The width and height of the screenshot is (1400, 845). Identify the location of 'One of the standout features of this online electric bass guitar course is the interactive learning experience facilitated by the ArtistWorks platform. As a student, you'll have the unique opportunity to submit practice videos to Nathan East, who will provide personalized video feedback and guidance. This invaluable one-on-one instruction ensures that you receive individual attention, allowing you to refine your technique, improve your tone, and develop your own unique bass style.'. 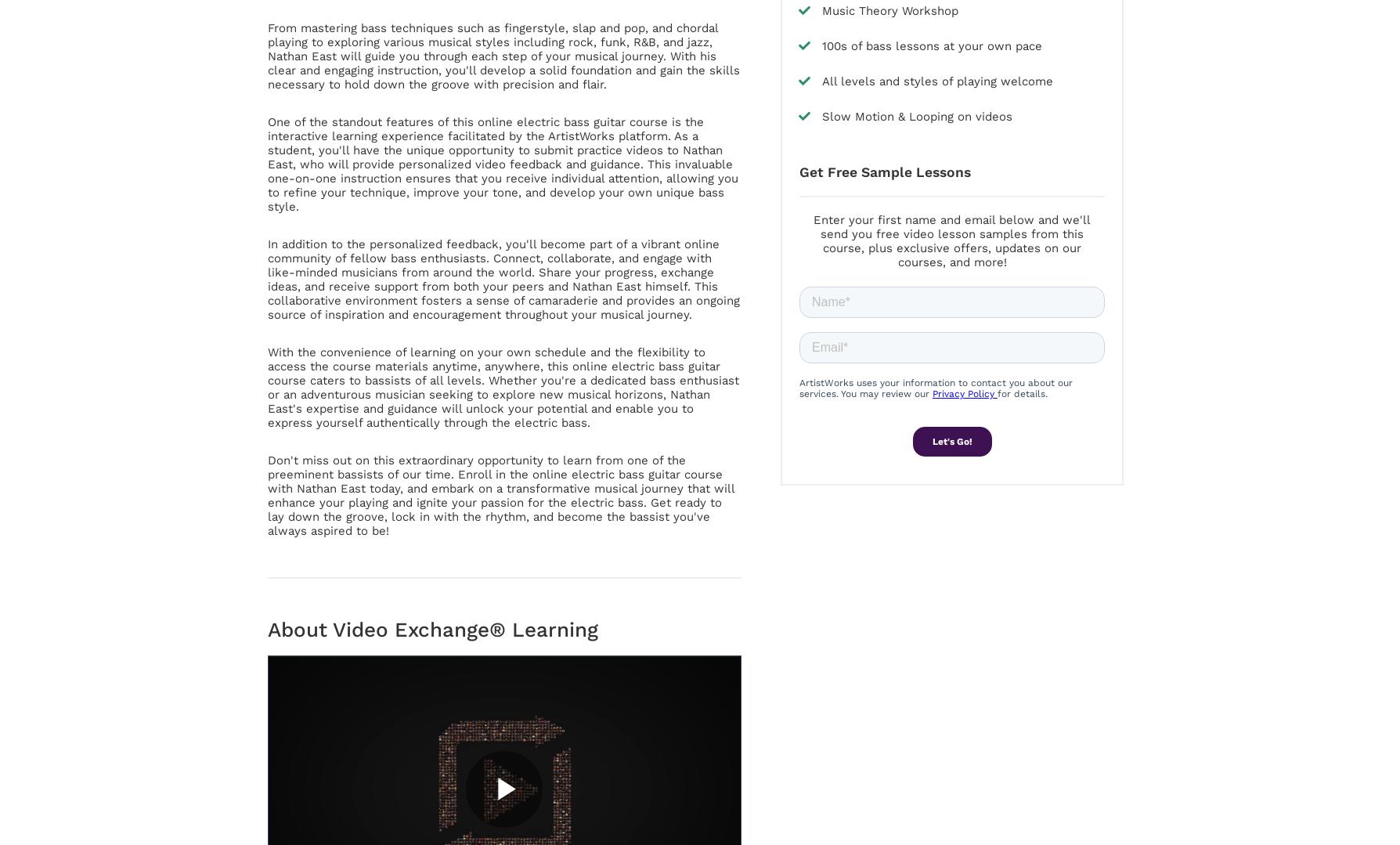
(503, 163).